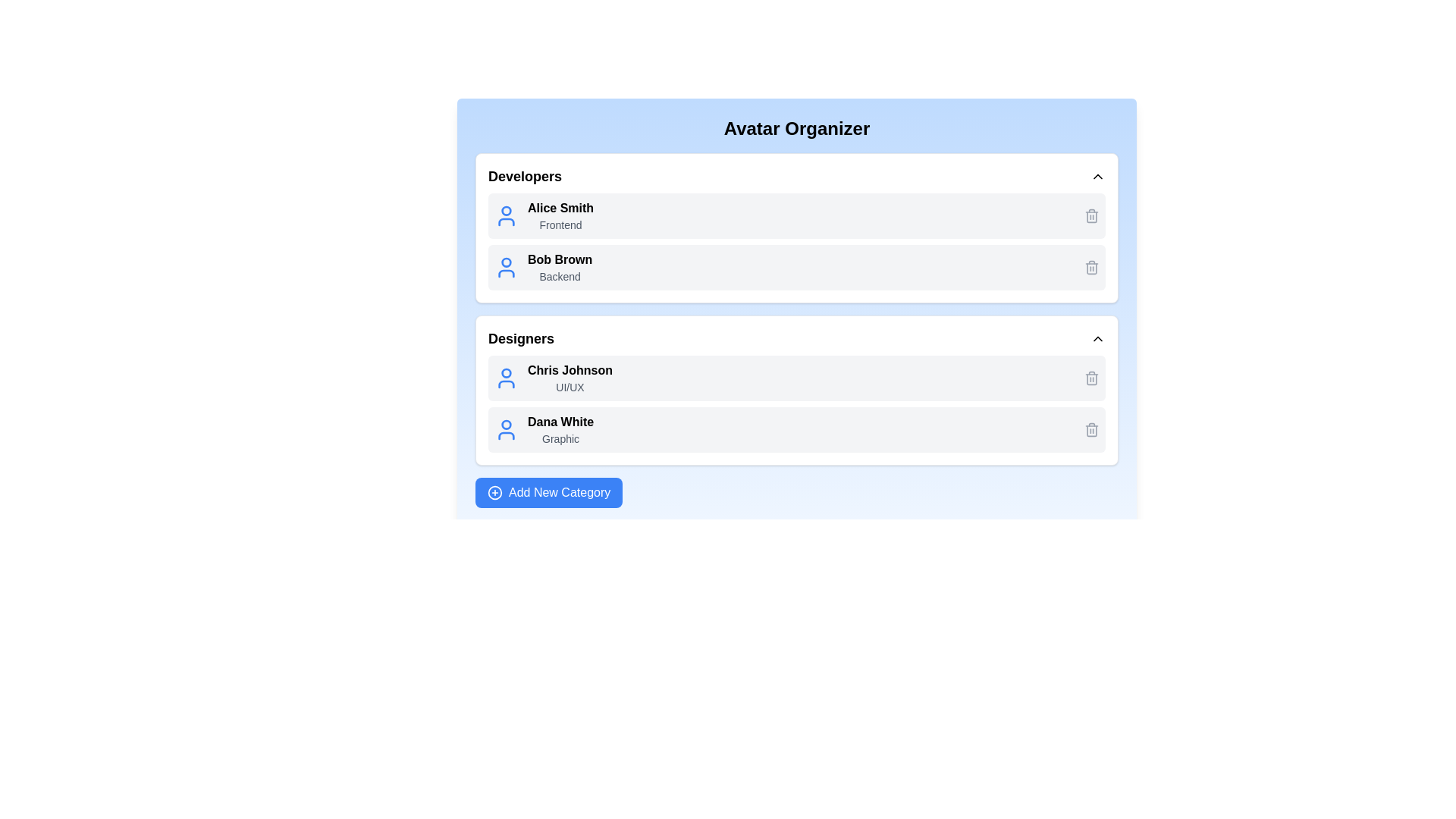 This screenshot has width=1456, height=819. I want to click on the trash bin icon located within the 'Developers' group next to 'Bob Brown', so click(1092, 216).